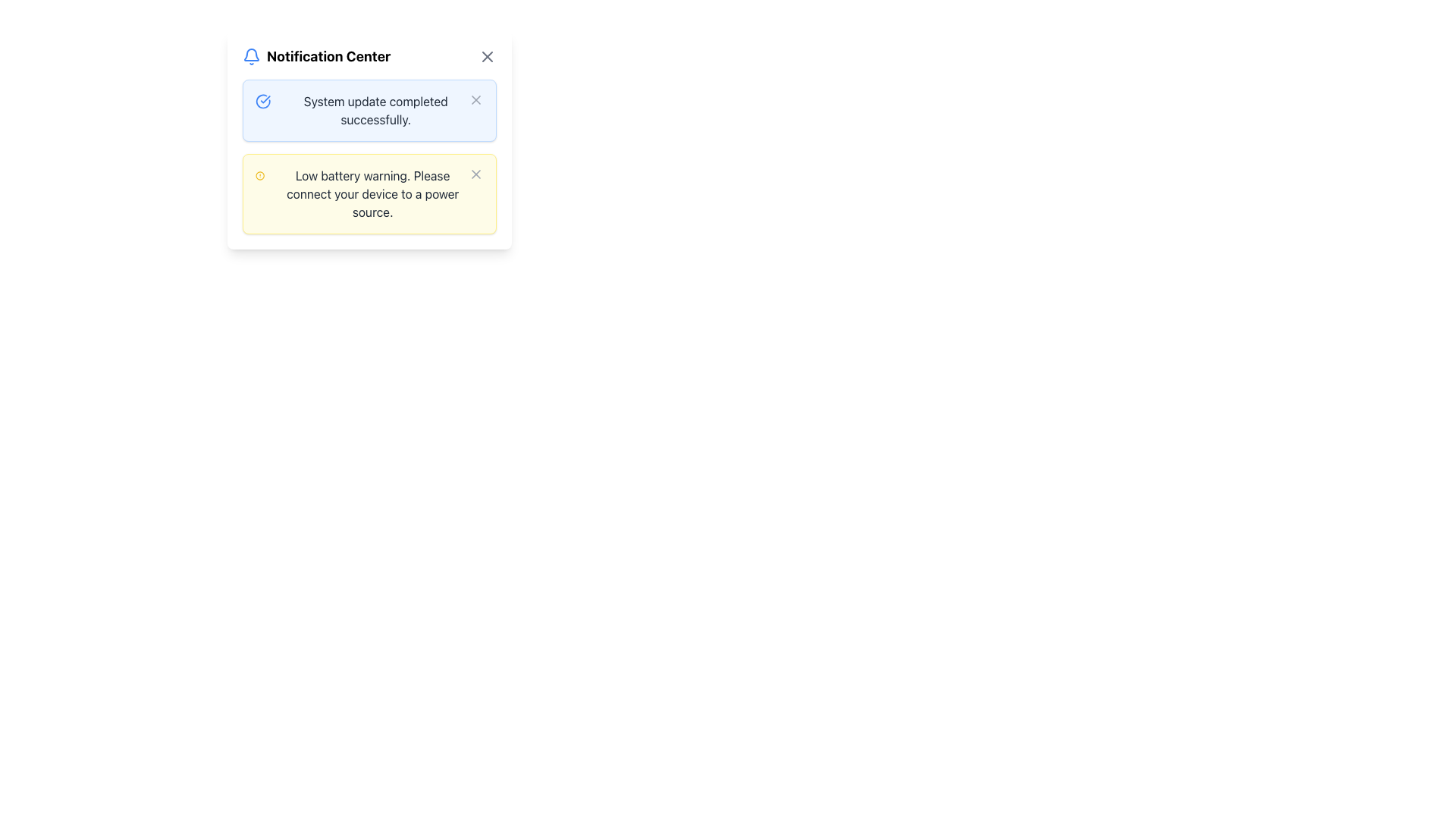 Image resolution: width=1456 pixels, height=819 pixels. What do you see at coordinates (251, 55) in the screenshot?
I see `the bell icon that signifies notifications, located to the far left of the Notification Center header area, adjacent to the bold text 'Notification Center'` at bounding box center [251, 55].